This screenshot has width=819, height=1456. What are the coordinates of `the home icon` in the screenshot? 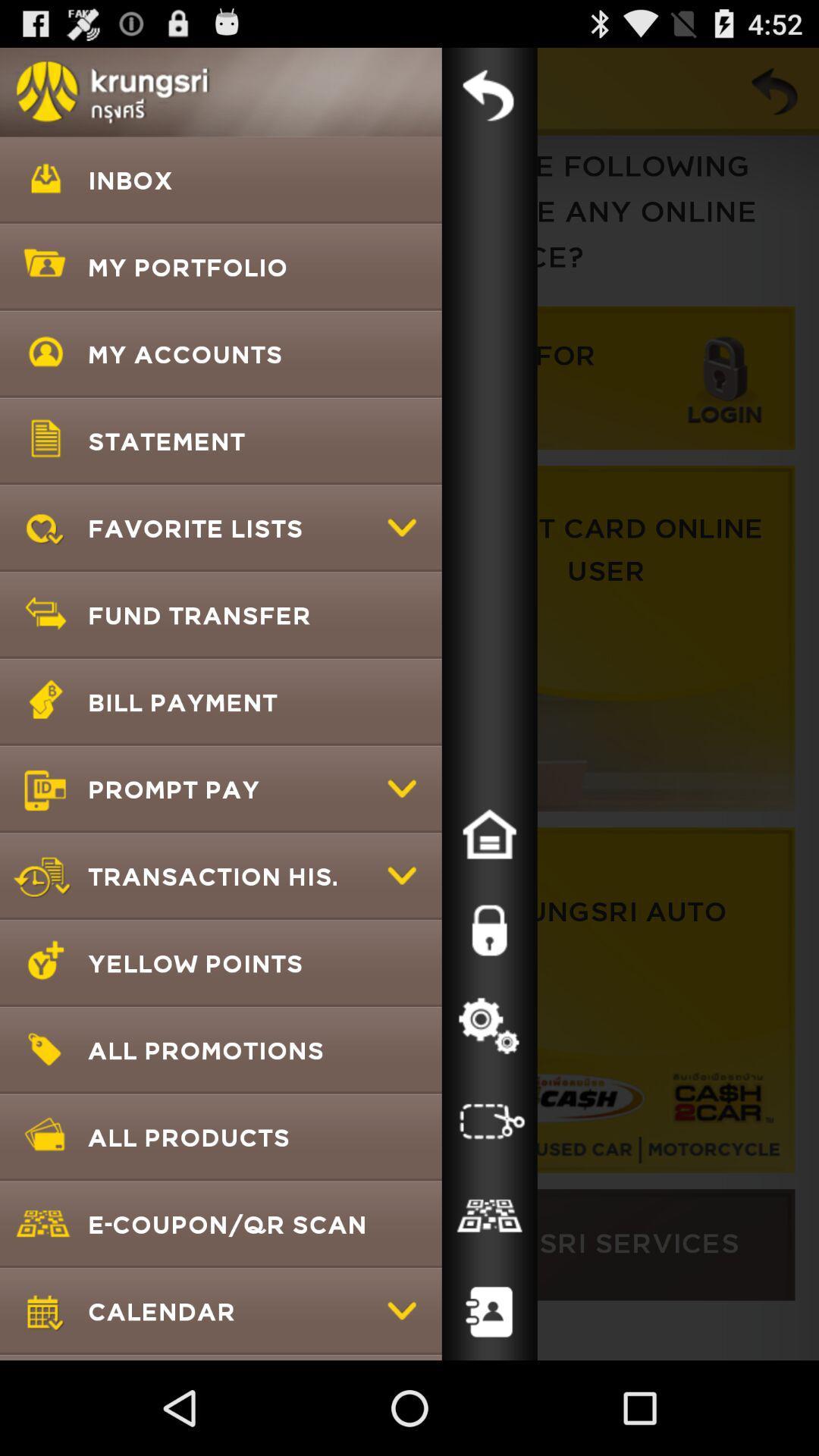 It's located at (489, 893).